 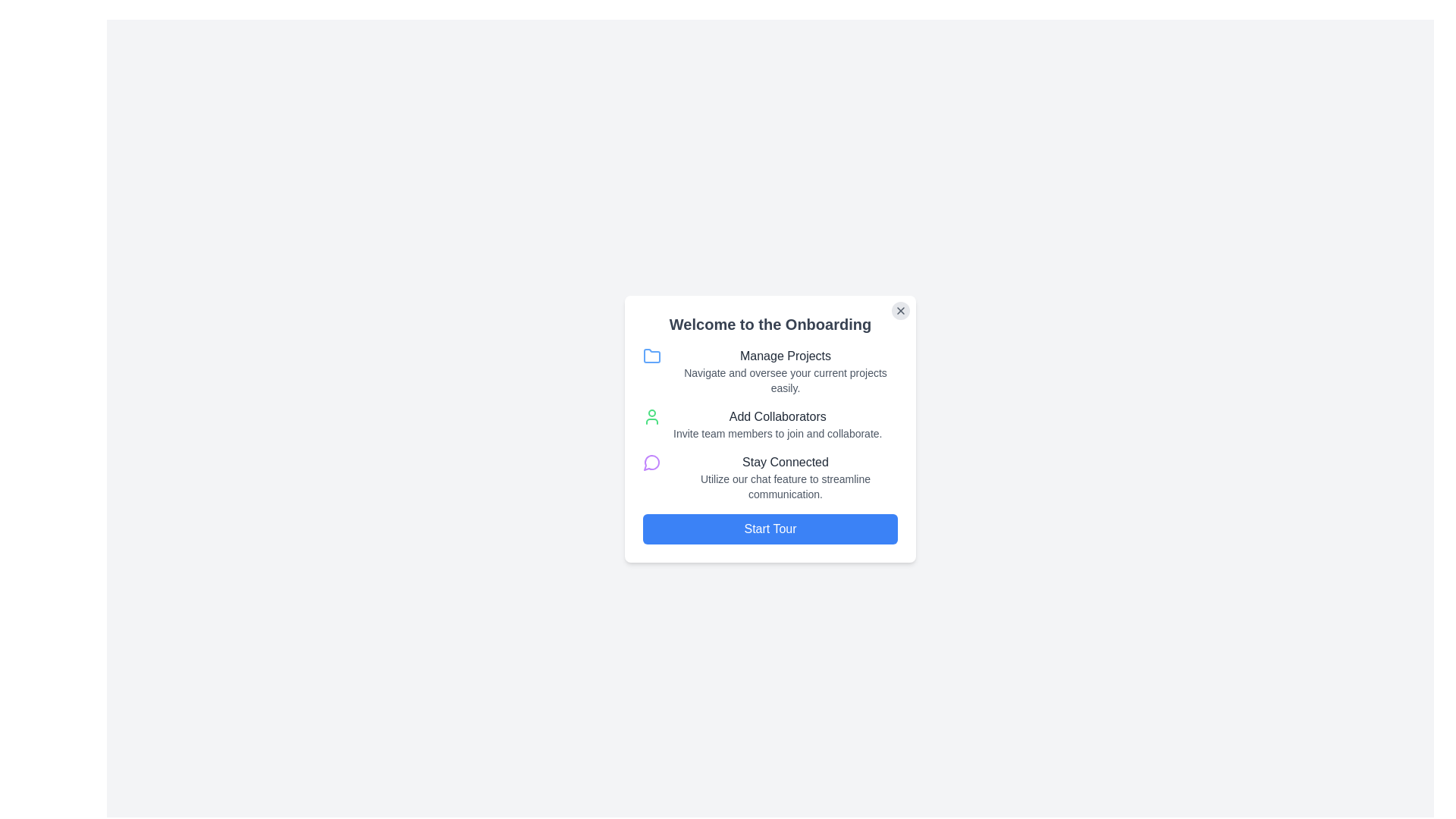 What do you see at coordinates (777, 433) in the screenshot?
I see `the static text that states 'Invite team members to join and collaborate,' which is positioned beneath the title 'Add Collaborators' in the application's welcome pop-up panel` at bounding box center [777, 433].